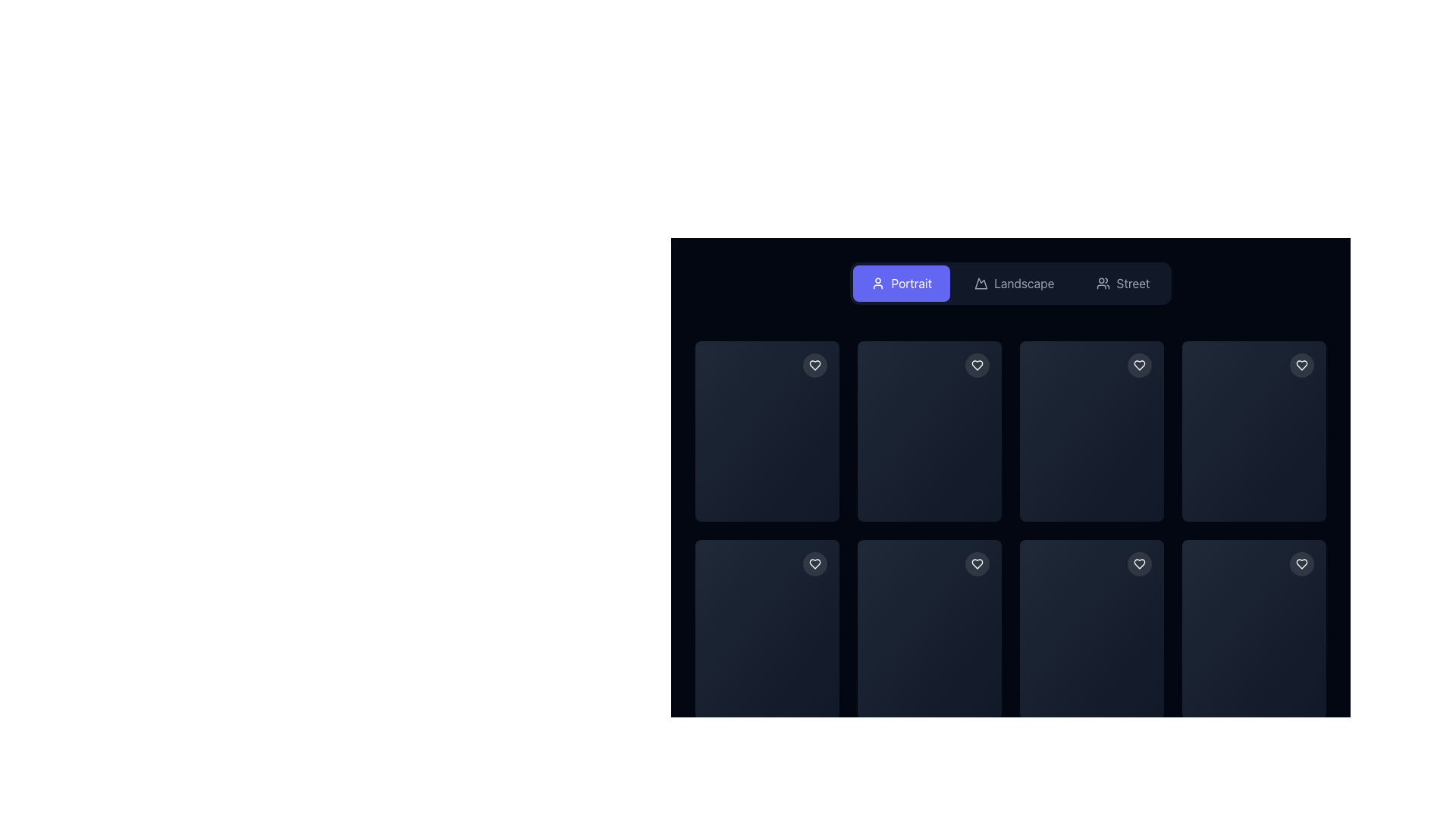  I want to click on the heart-shaped icon located in the top-right corner of the third card in the second row to mark it as liked, so click(814, 563).